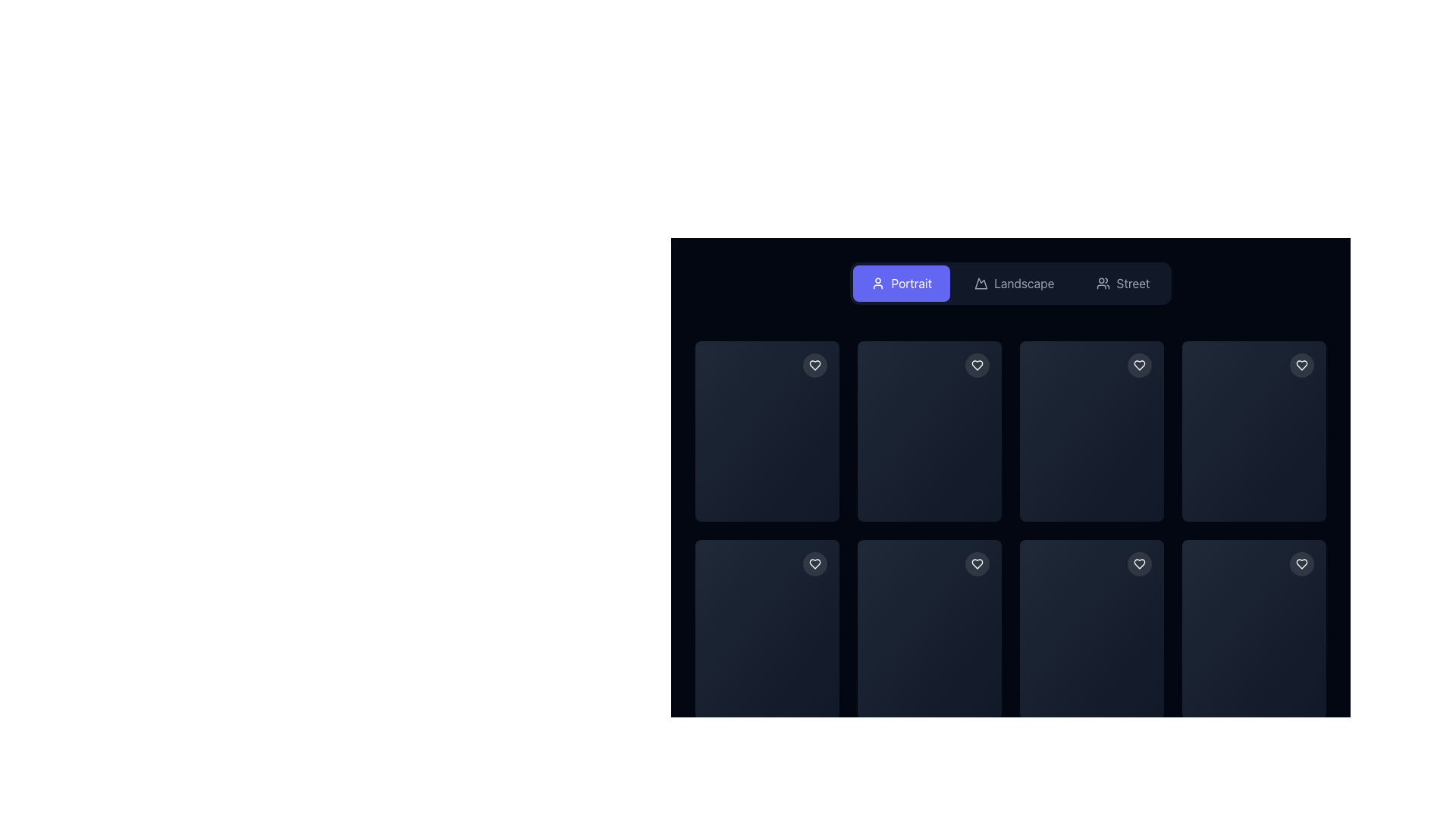  I want to click on the heart-shaped icon located in the top-right corner of the third card in the second row to mark it as liked, so click(814, 563).